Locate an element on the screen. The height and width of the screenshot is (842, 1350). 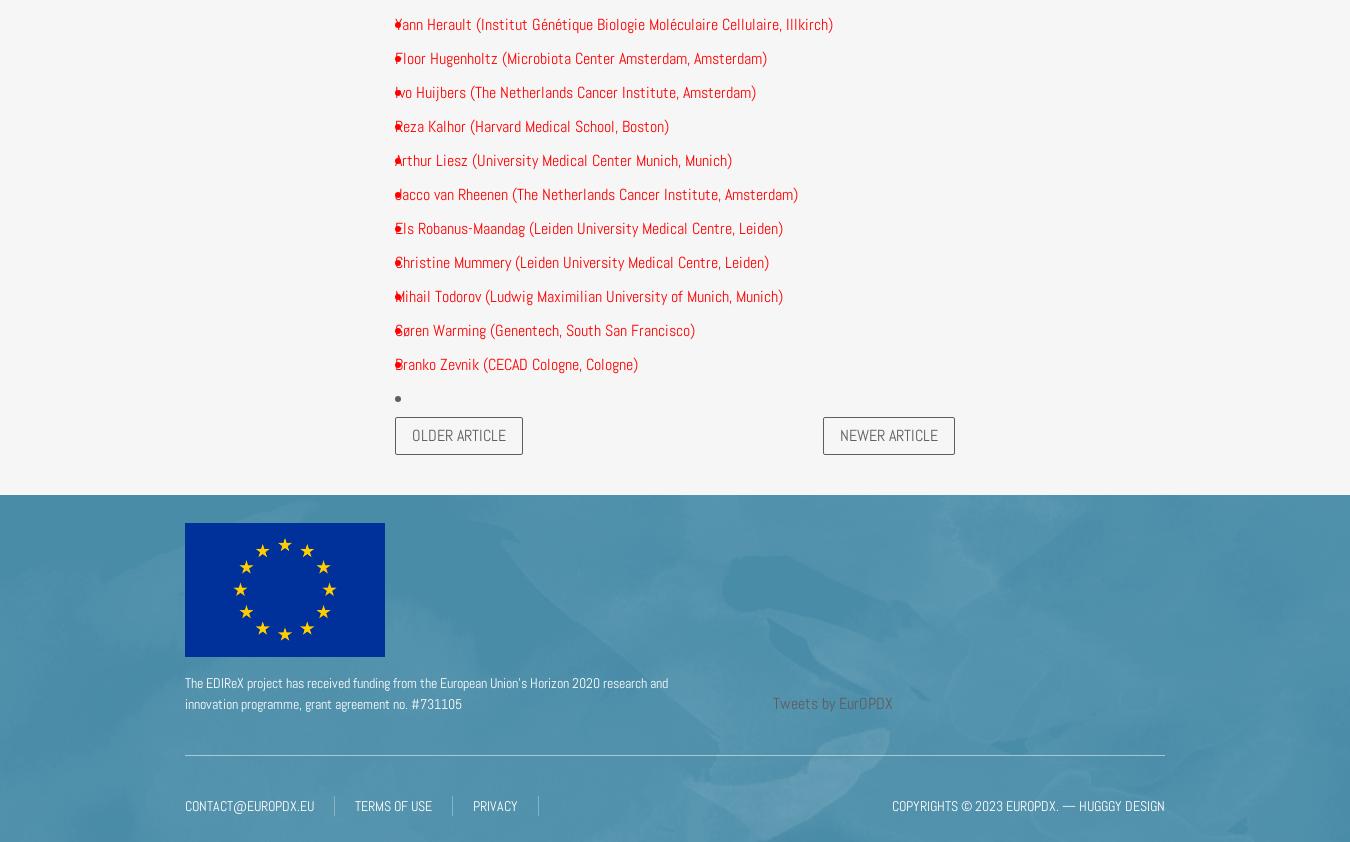
'Floor Hugenholtz (Microbiota Center Amsterdam, Amsterdam)' is located at coordinates (581, 56).